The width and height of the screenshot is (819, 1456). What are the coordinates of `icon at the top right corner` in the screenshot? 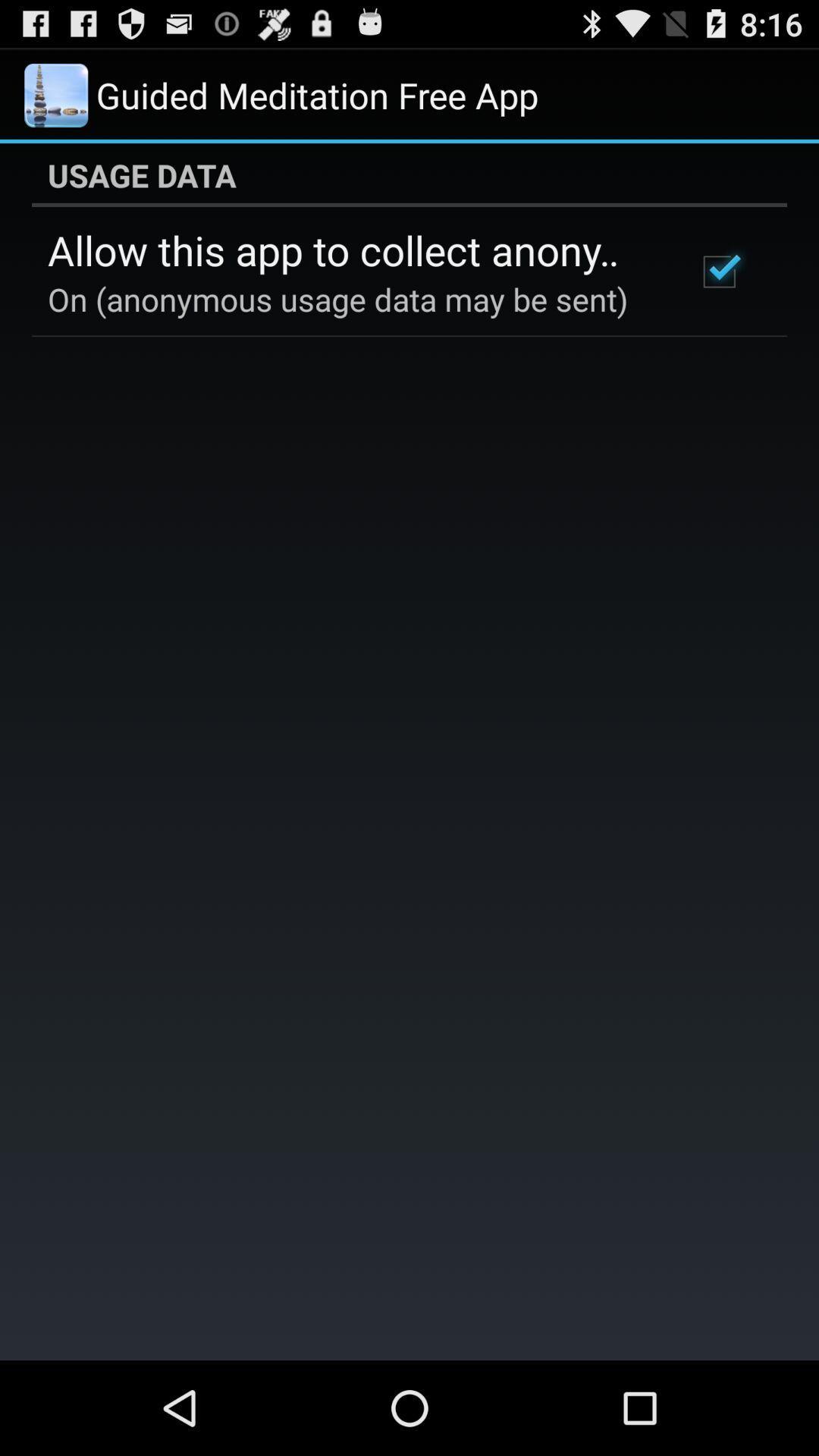 It's located at (718, 271).